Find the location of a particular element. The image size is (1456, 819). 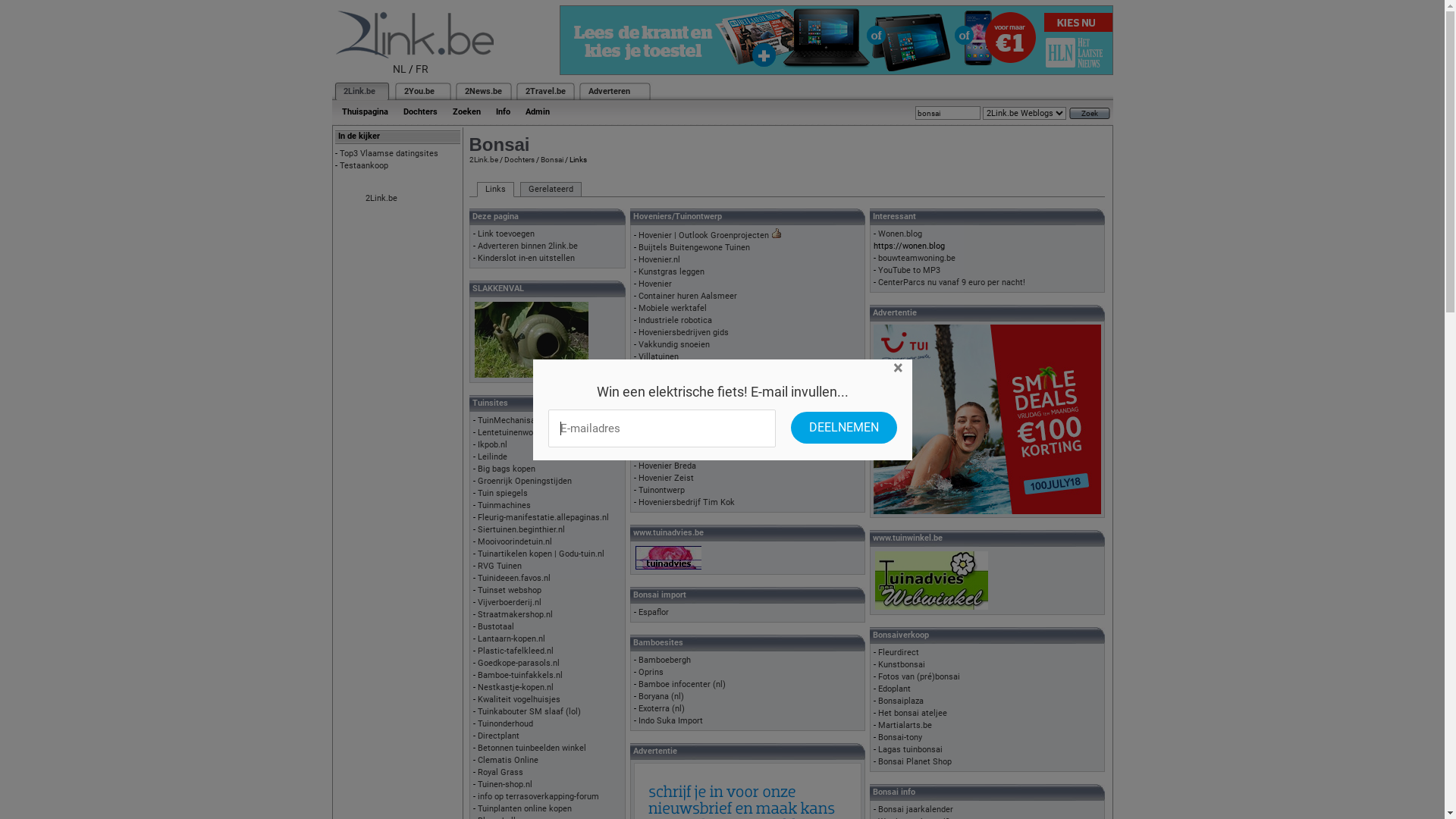

'Bonsaiplaza' is located at coordinates (877, 701).